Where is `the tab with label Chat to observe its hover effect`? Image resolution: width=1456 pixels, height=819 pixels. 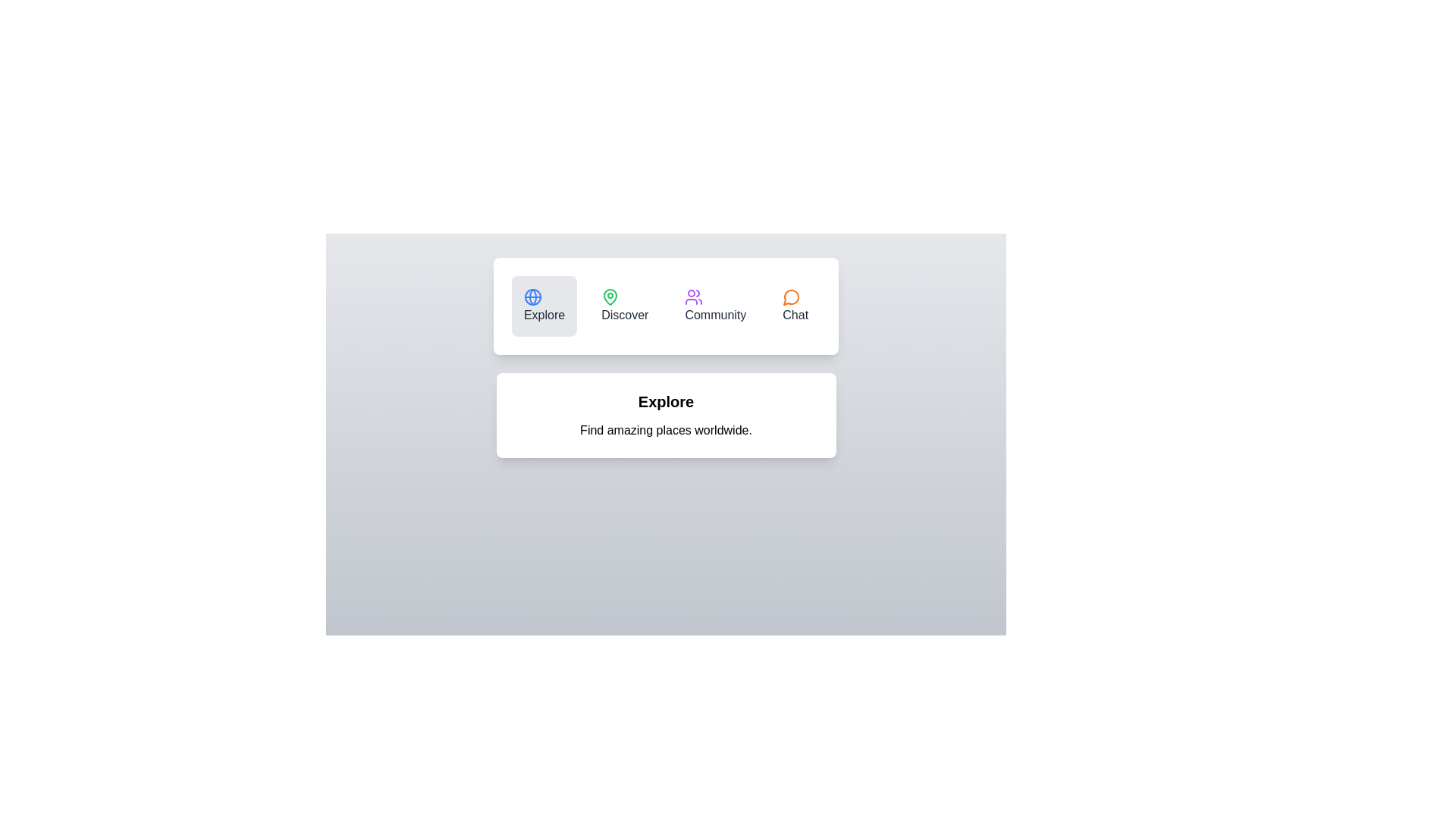
the tab with label Chat to observe its hover effect is located at coordinates (795, 306).